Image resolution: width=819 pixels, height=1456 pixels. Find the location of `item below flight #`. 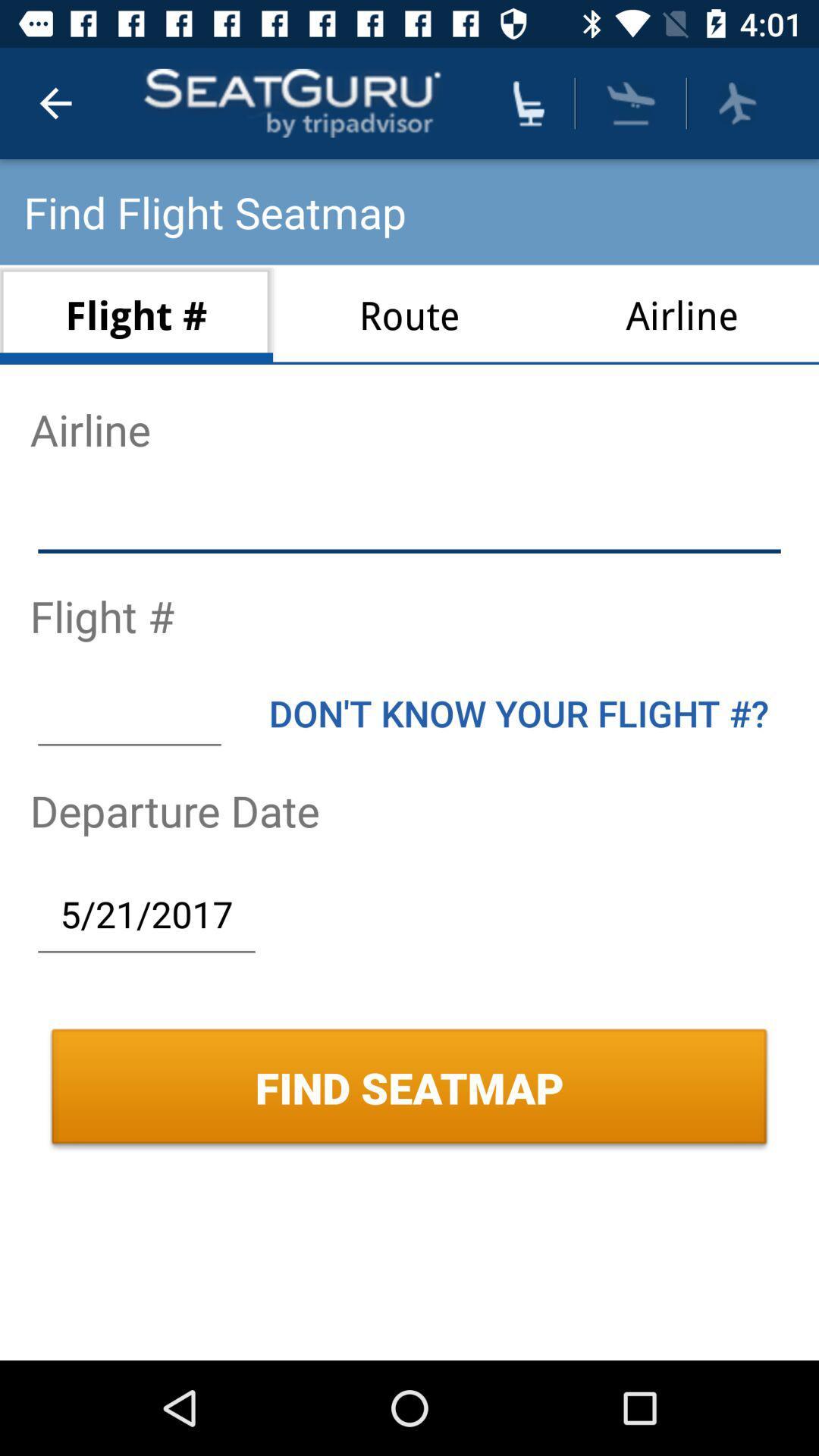

item below flight # is located at coordinates (128, 712).